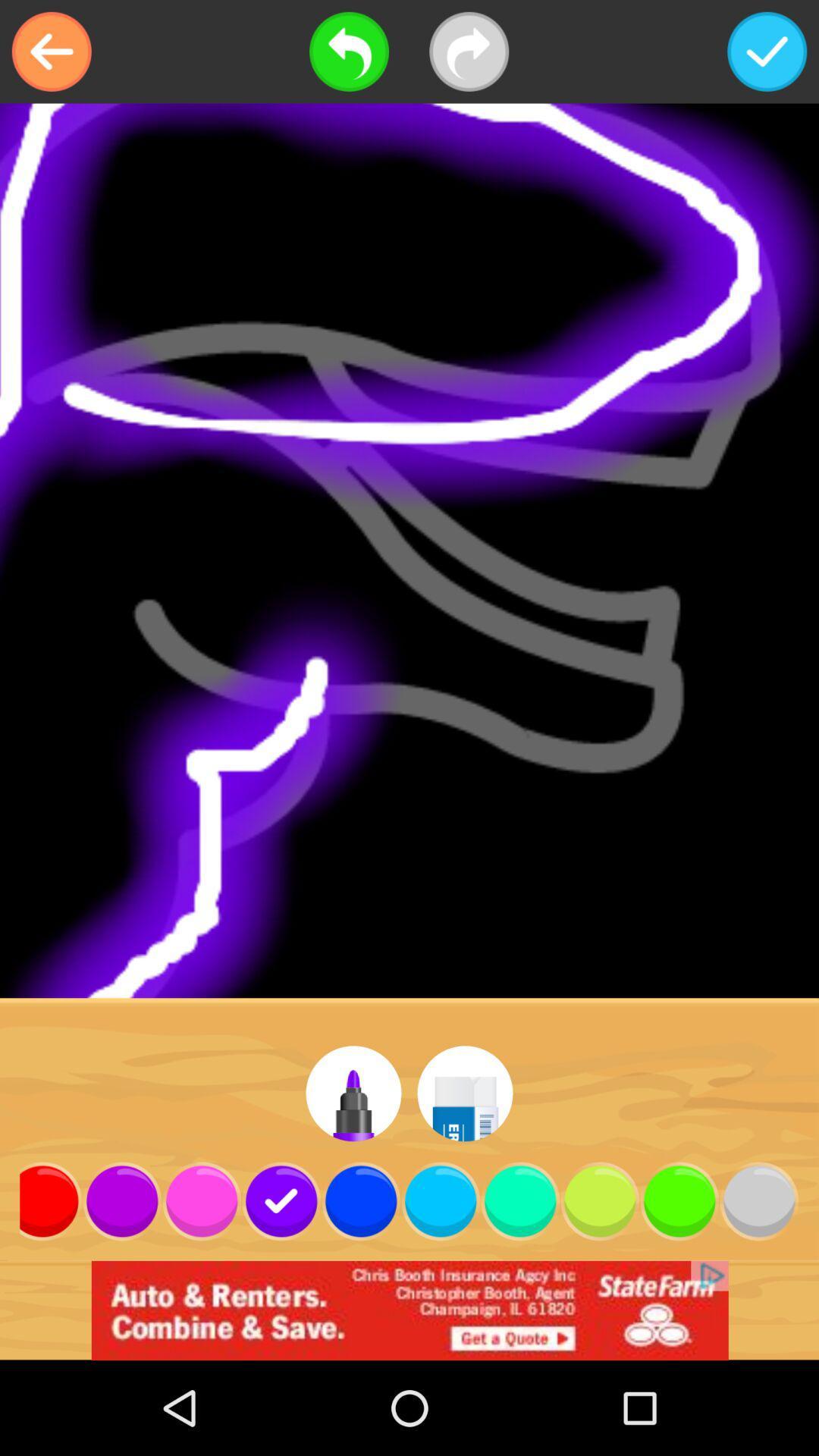 This screenshot has height=1456, width=819. I want to click on the icon at the top right corner, so click(767, 52).